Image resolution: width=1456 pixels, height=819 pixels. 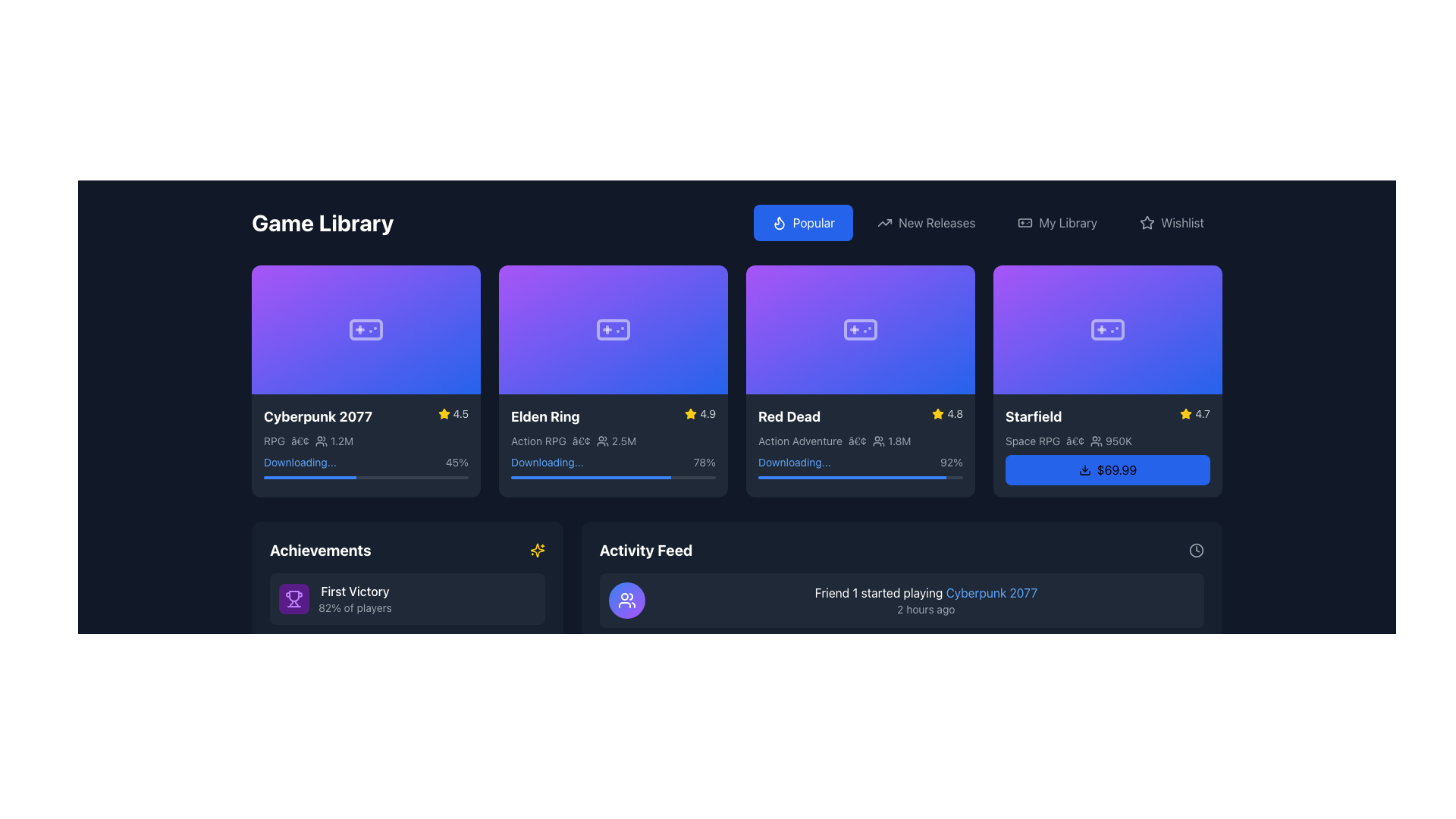 What do you see at coordinates (1107, 441) in the screenshot?
I see `the Text Description indicating 'Space RPG' and '950K' players, located above the blue price button in the 'Starfield' card in the fourth column of the 'Game Library'` at bounding box center [1107, 441].